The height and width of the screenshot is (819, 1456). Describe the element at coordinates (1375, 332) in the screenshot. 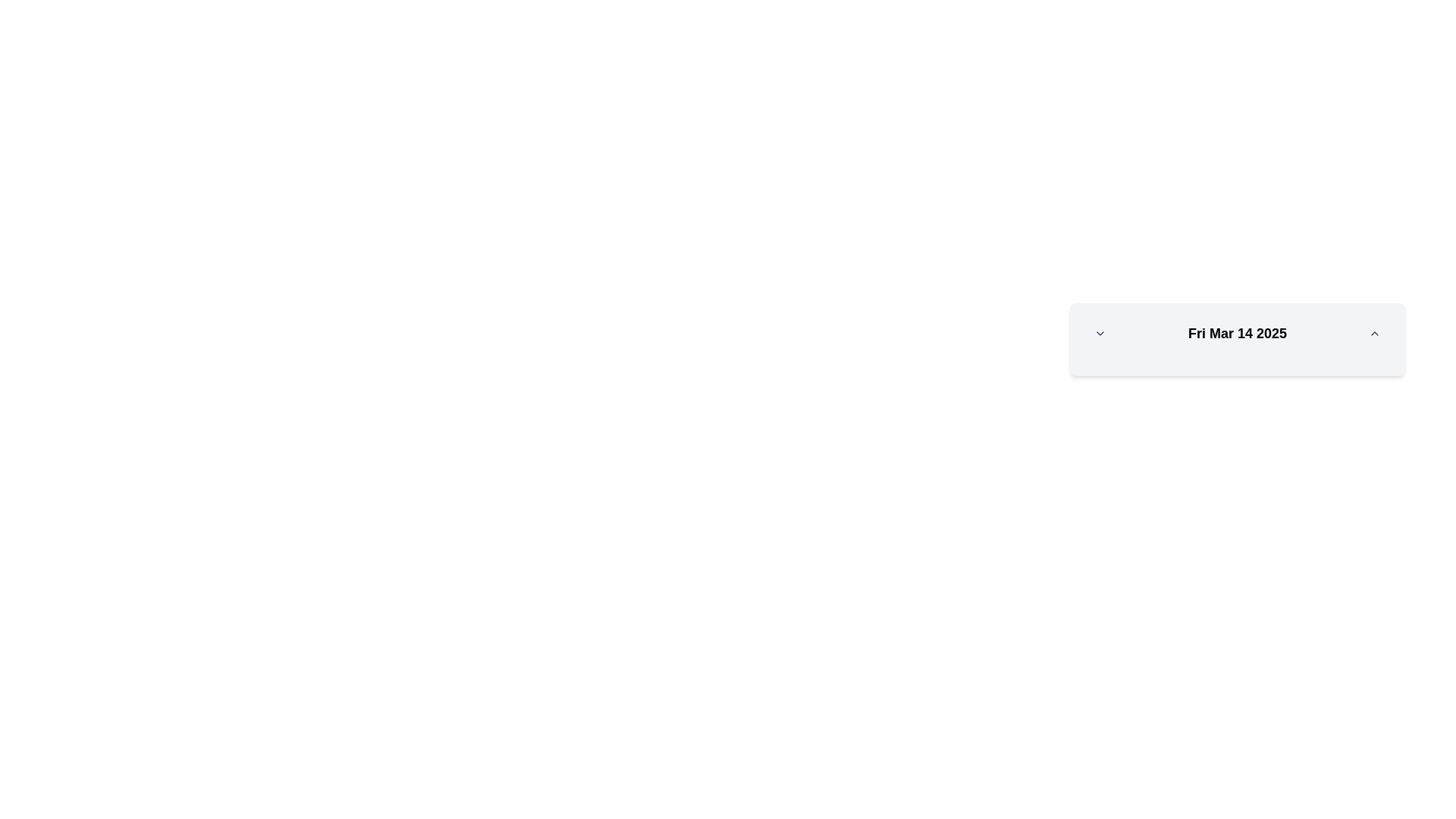

I see `the small upward-pointing chevron icon styled in gray, located at the far right of the horizontal bar containing the date 'Fri Mar 14 2025'` at that location.